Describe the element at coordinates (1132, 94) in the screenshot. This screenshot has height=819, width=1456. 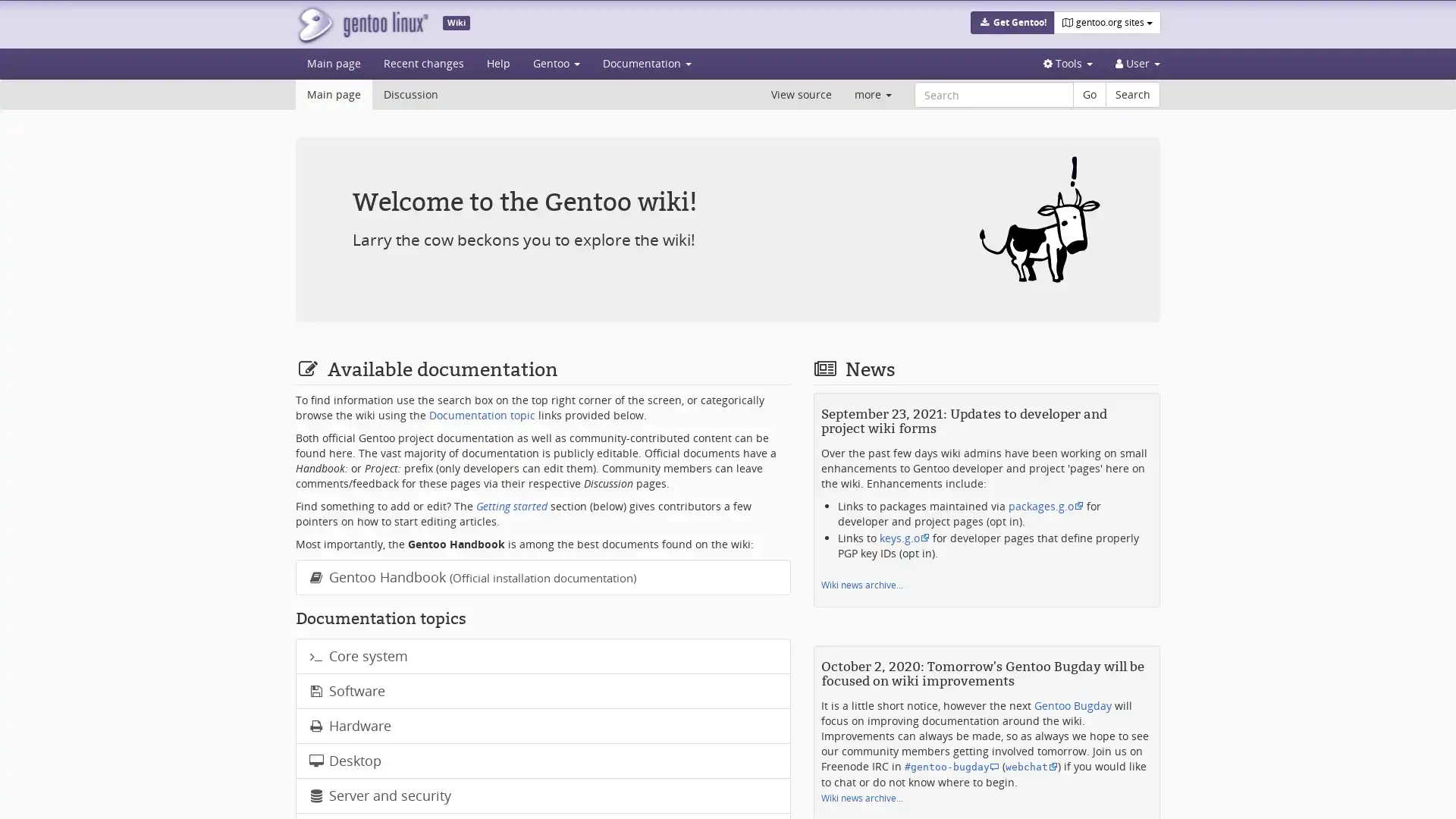
I see `Search` at that location.